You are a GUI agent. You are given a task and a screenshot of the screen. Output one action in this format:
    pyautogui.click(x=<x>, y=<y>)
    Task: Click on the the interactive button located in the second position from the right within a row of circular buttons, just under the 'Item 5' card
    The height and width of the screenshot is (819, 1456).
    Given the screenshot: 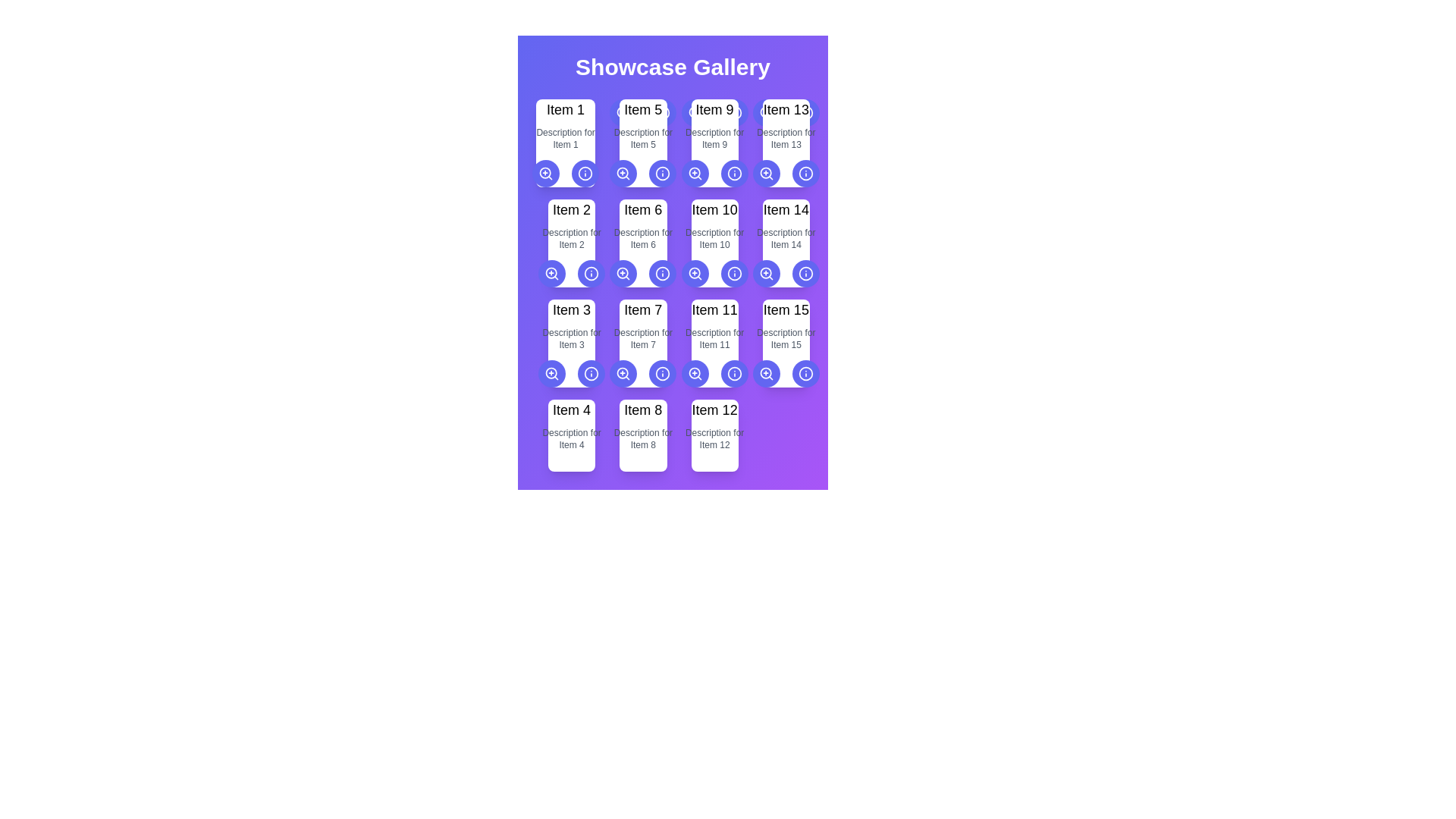 What is the action you would take?
    pyautogui.click(x=585, y=172)
    